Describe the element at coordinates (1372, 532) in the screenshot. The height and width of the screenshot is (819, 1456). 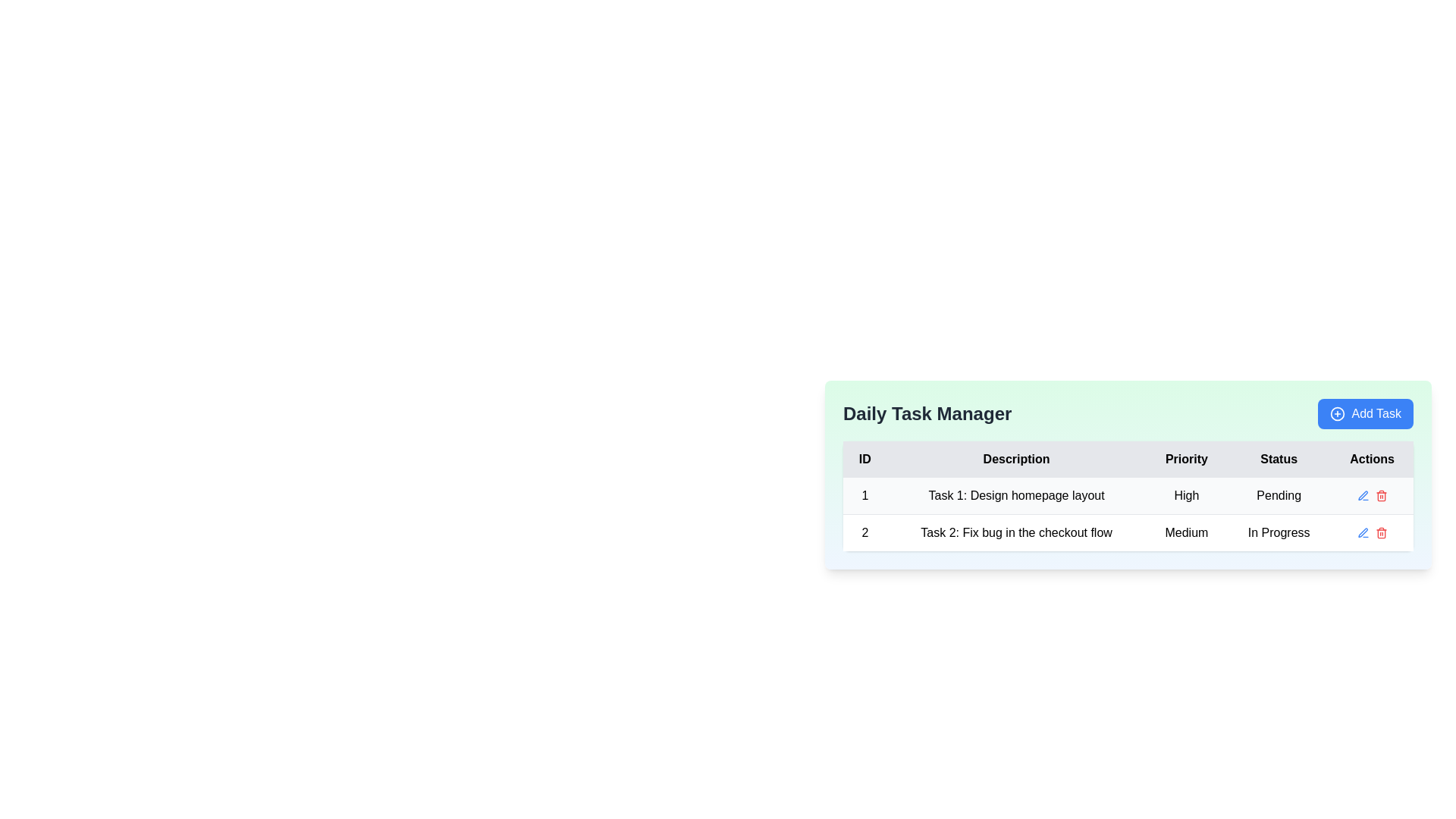
I see `the group of icons (Edit and Delete) located at the rightmost end of the row labeled 'Task 2: Fix bug in the checkout flow' within the 'Actions' column` at that location.